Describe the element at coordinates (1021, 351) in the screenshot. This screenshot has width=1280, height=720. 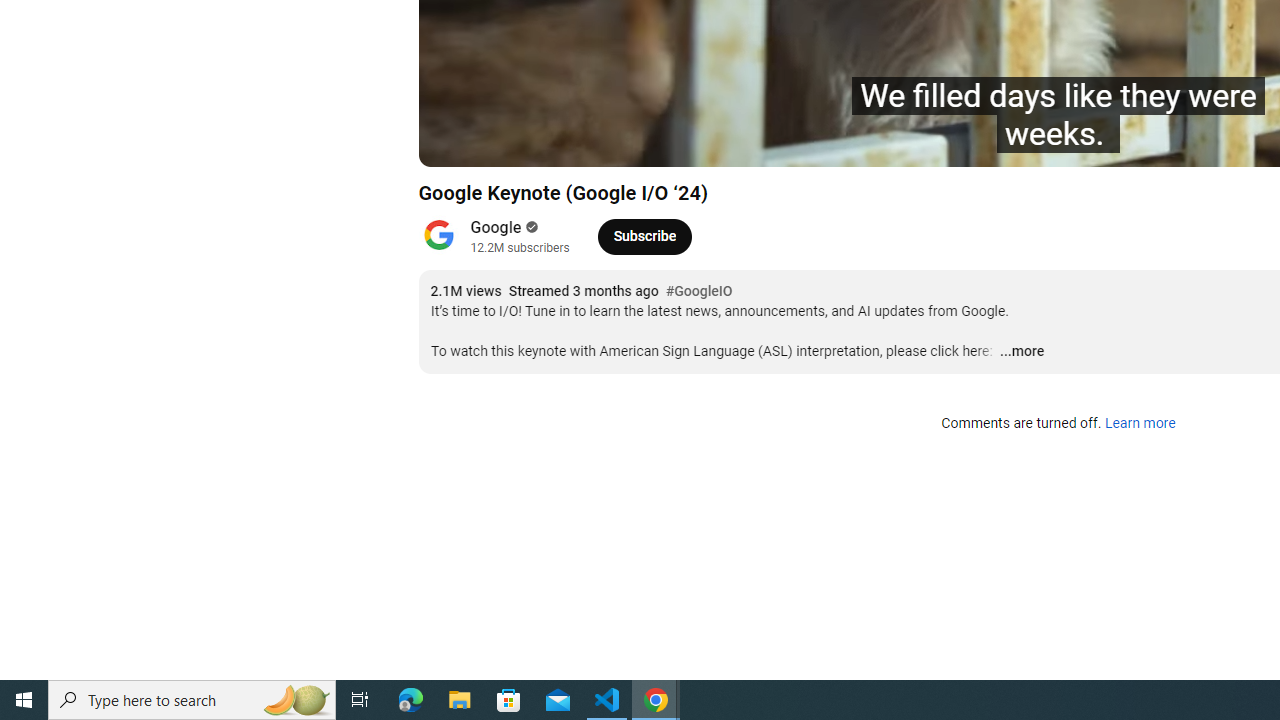
I see `'...more'` at that location.